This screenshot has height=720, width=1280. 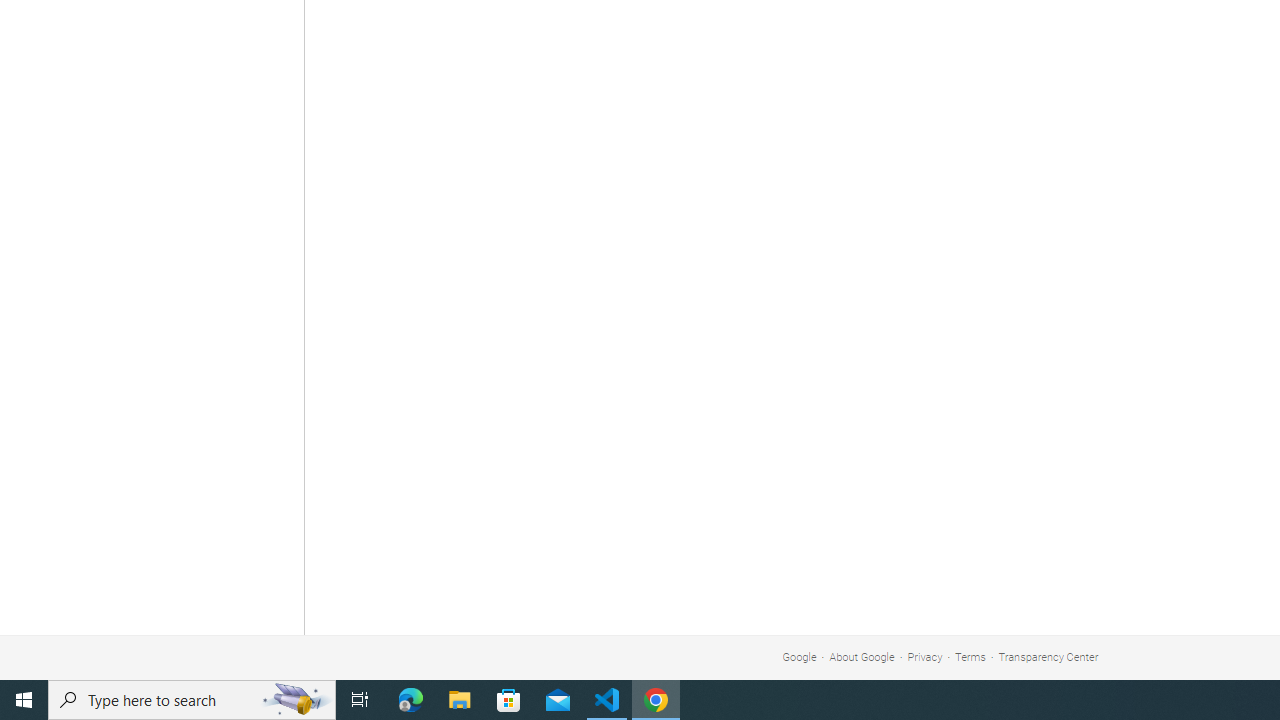 I want to click on 'Transparency Center', so click(x=1047, y=657).